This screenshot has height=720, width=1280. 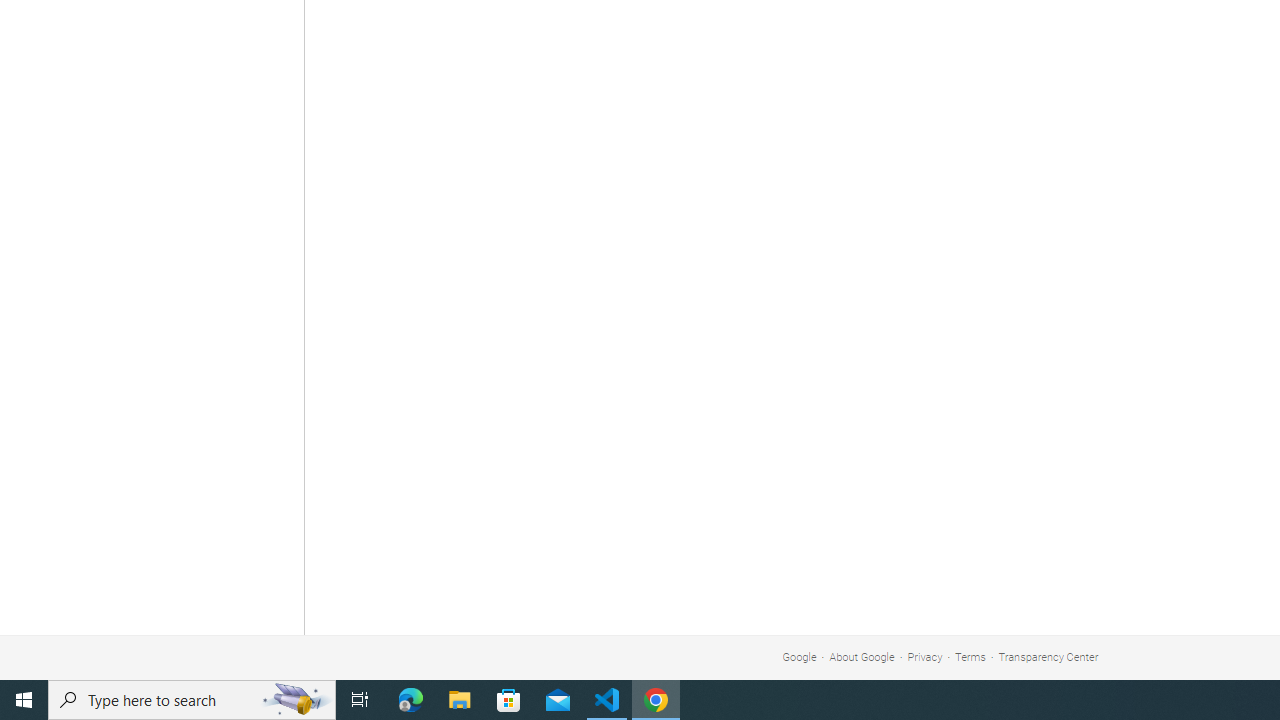 I want to click on 'Transparency Center', so click(x=1047, y=657).